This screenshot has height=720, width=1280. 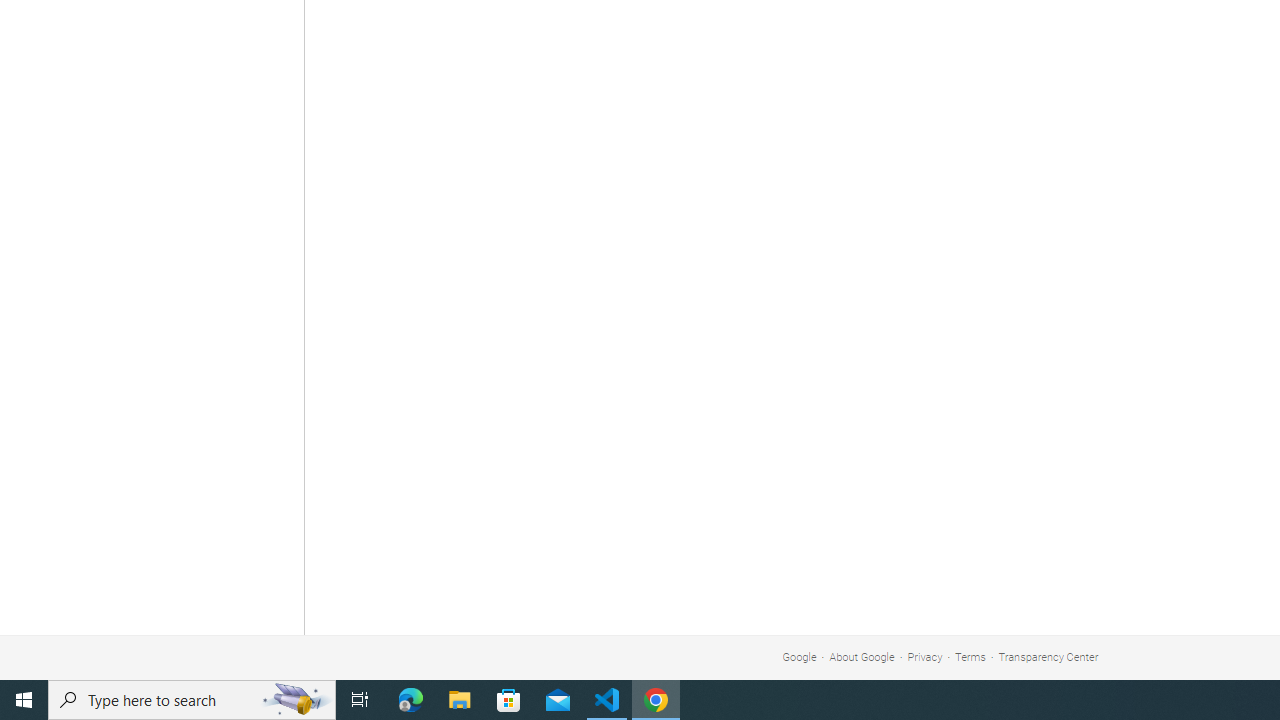 I want to click on 'Transparency Center', so click(x=1047, y=657).